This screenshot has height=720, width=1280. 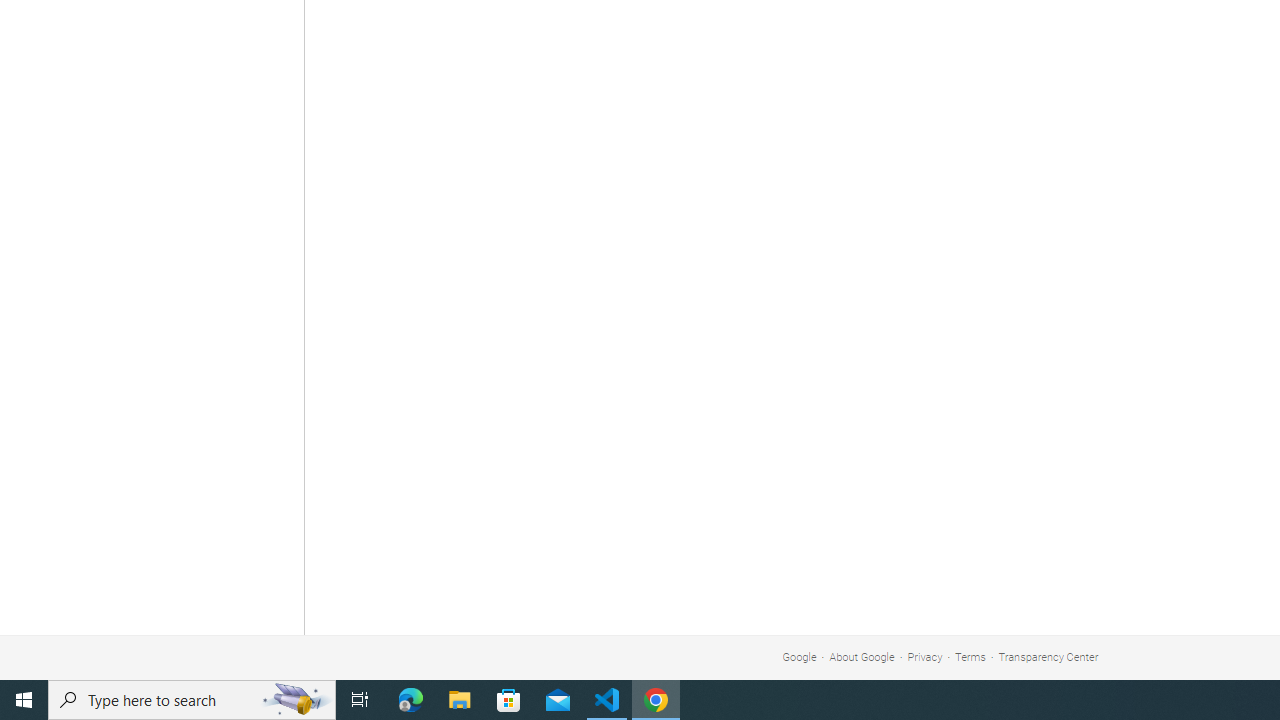 I want to click on 'Transparency Center', so click(x=1047, y=657).